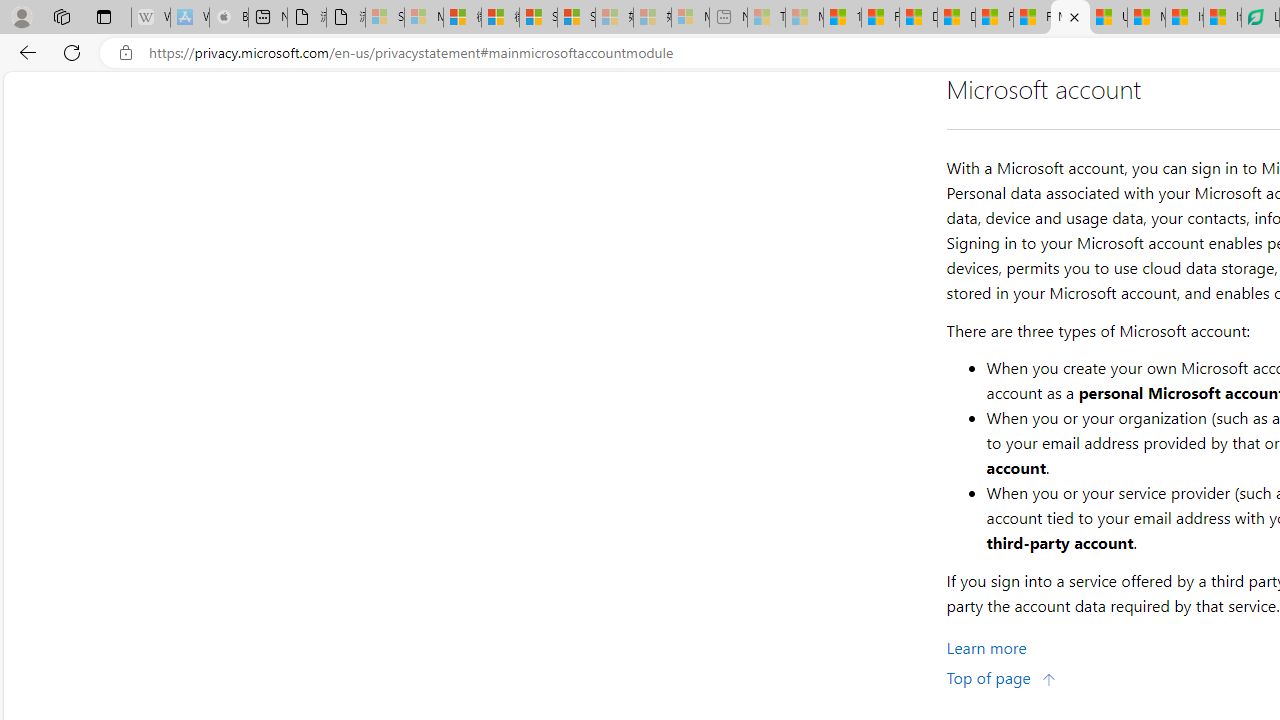 This screenshot has width=1280, height=720. Describe the element at coordinates (880, 17) in the screenshot. I see `'Food and Drink - MSN'` at that location.